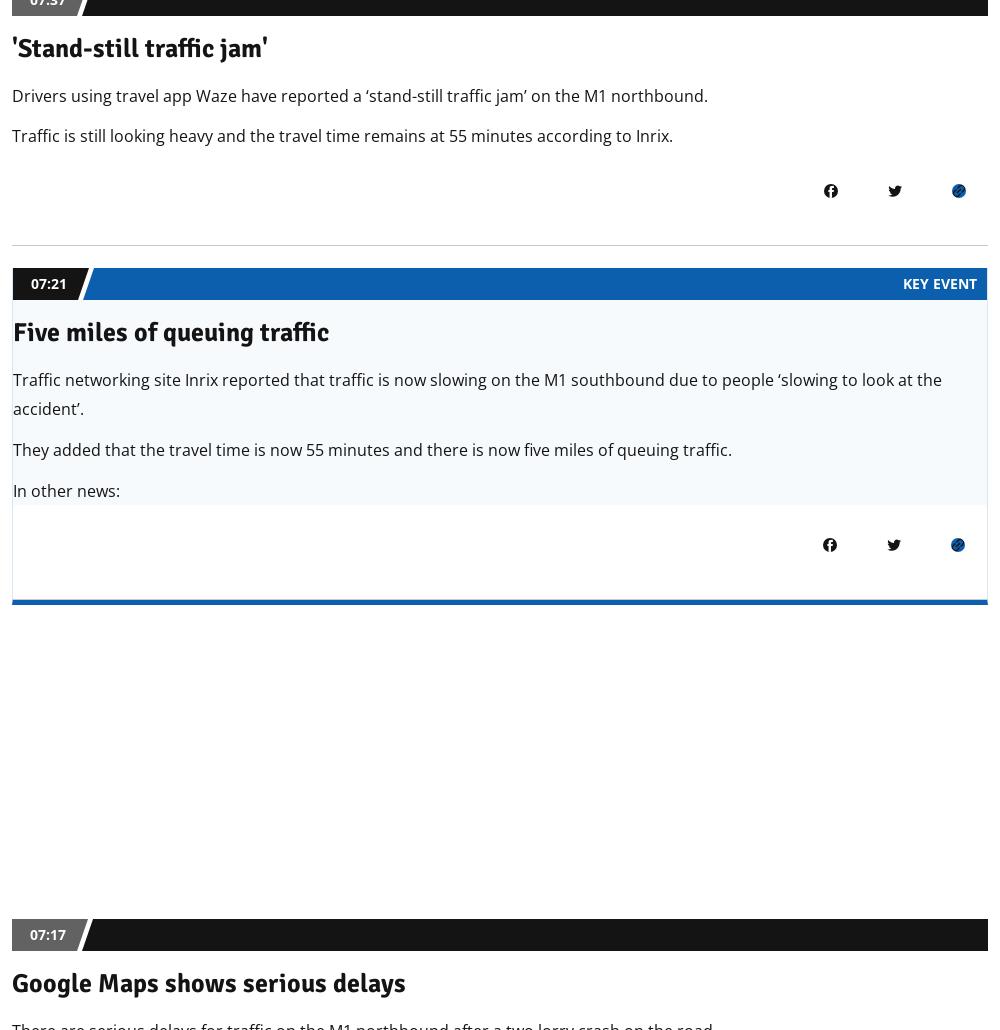 Image resolution: width=1000 pixels, height=1030 pixels. Describe the element at coordinates (48, 934) in the screenshot. I see `'07:17'` at that location.